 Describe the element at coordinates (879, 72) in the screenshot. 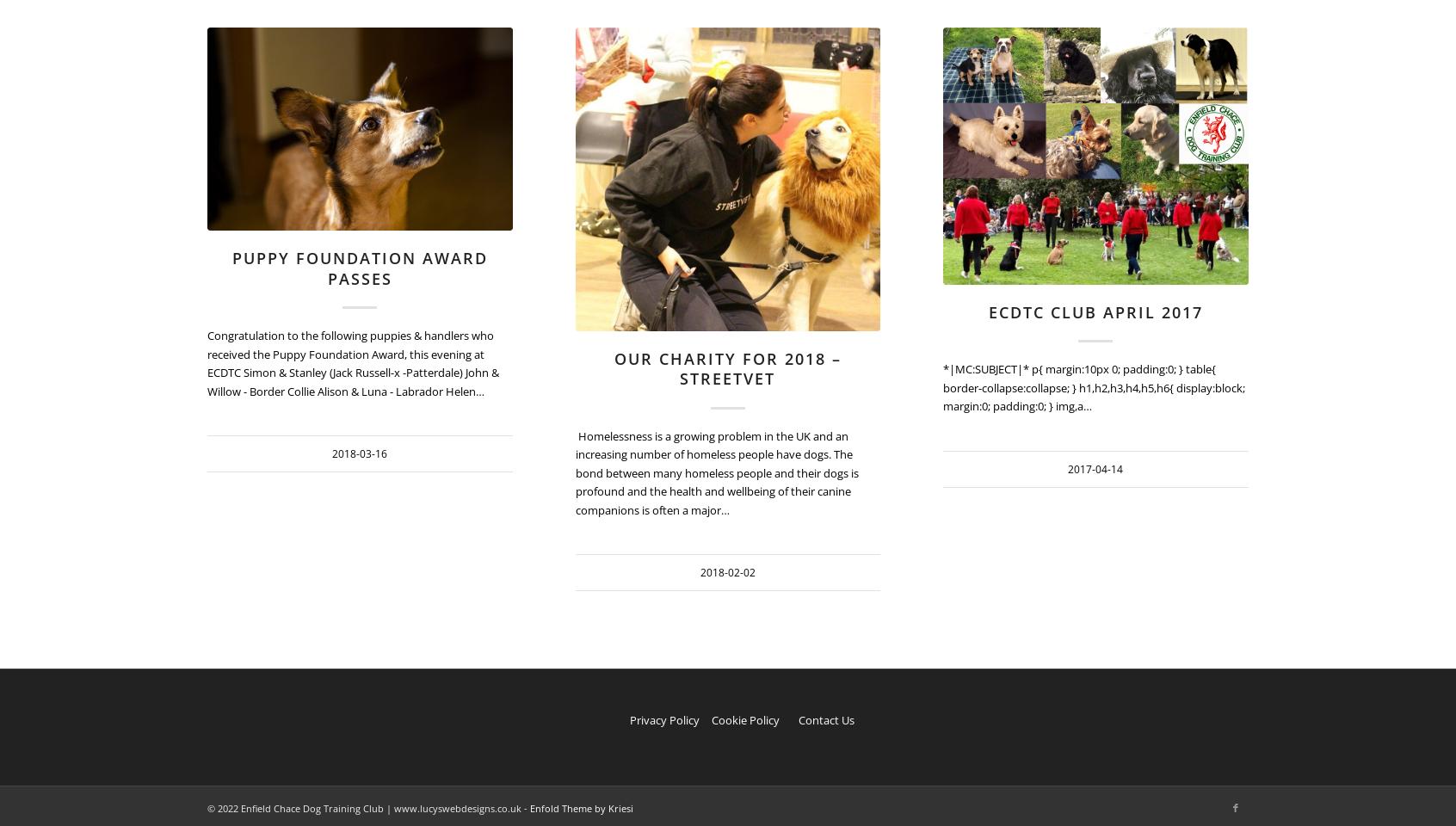

I see `'953'` at that location.